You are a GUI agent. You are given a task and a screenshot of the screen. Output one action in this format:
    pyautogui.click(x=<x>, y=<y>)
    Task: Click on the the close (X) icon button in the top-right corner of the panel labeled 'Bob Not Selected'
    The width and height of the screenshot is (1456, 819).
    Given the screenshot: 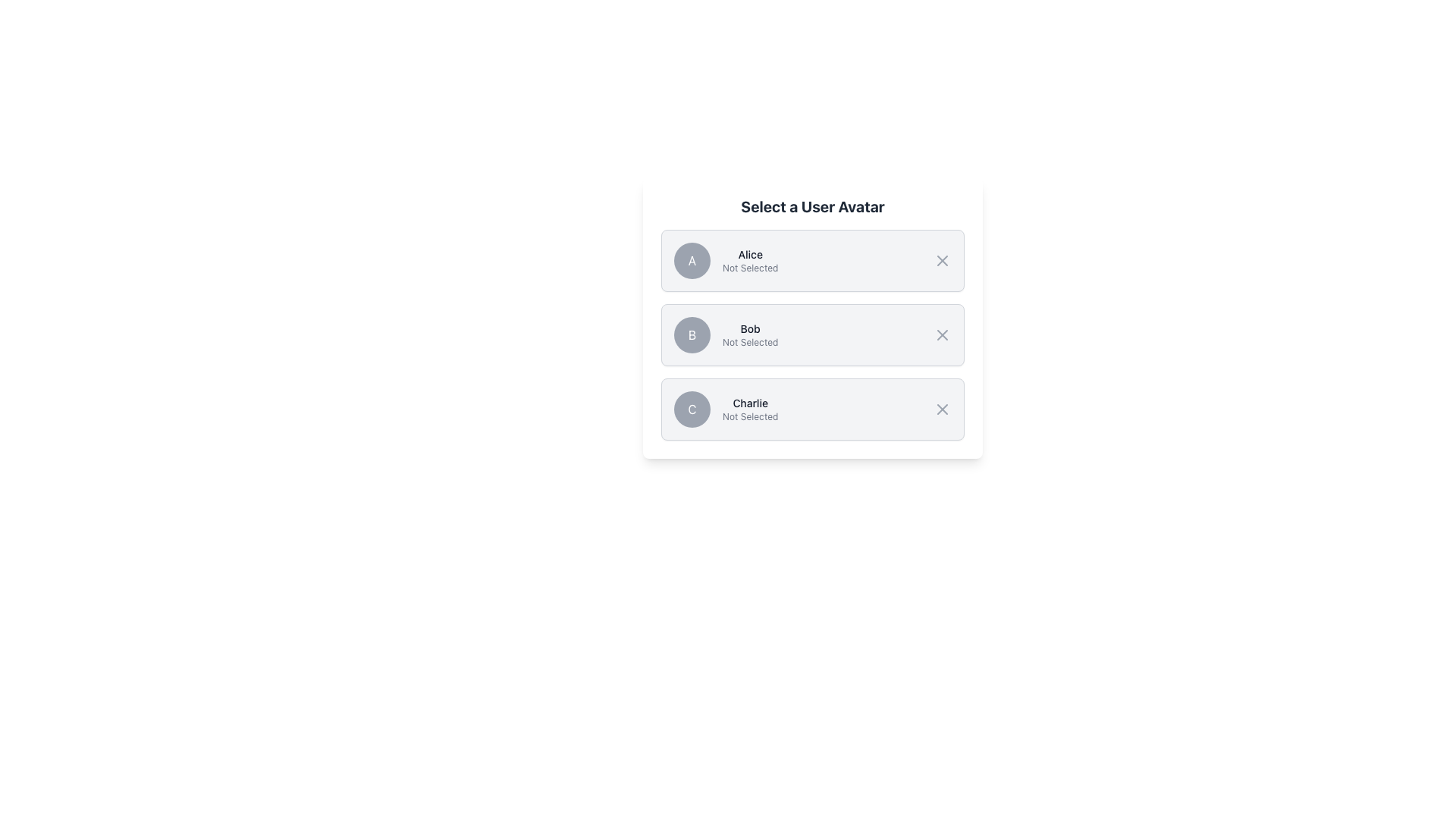 What is the action you would take?
    pyautogui.click(x=942, y=334)
    